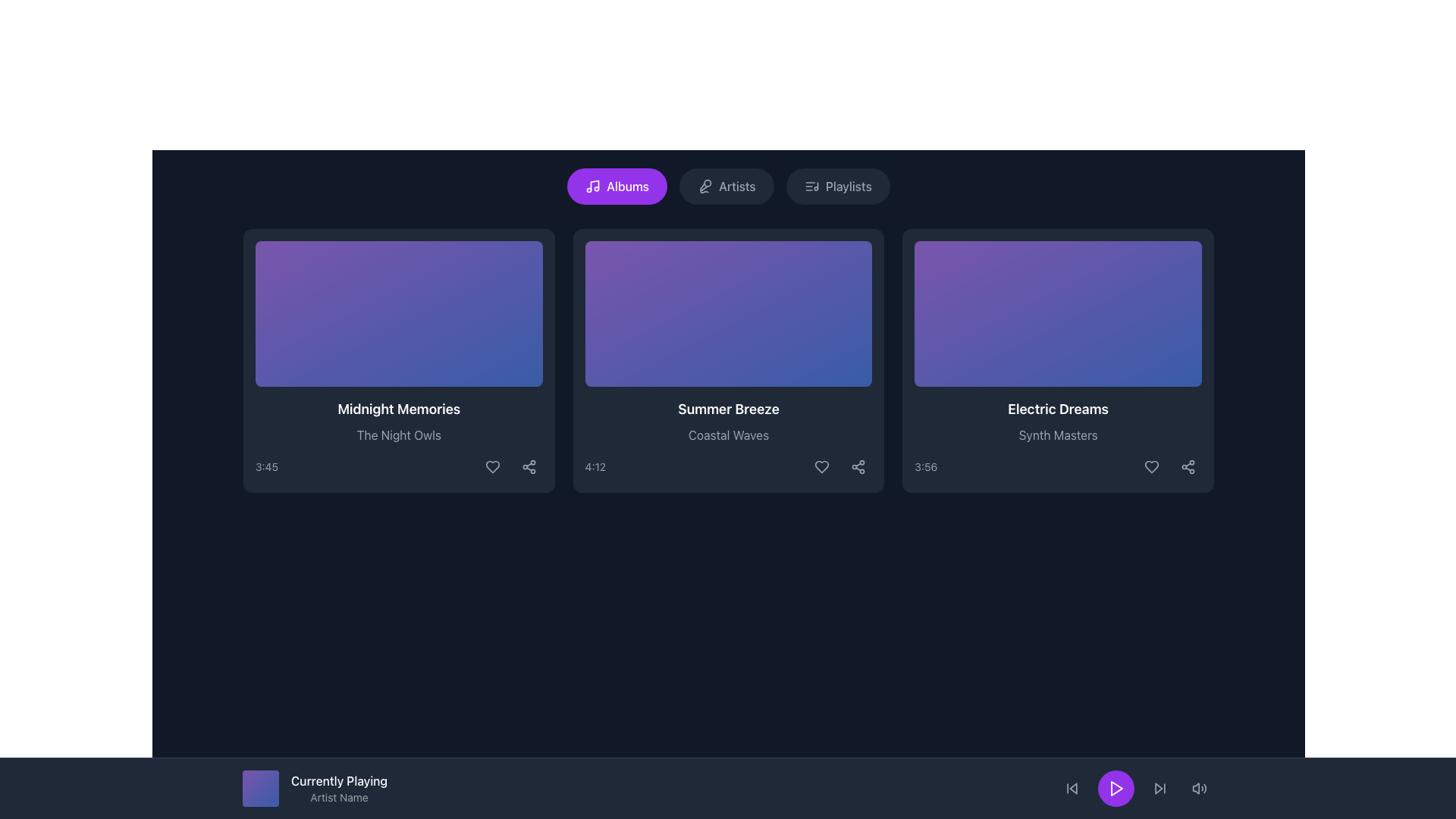 Image resolution: width=1456 pixels, height=819 pixels. I want to click on the Text label within the button that indicates navigation to Playlists, located in the third position of the horizontal navigation bar at the top of the interface, so click(848, 186).